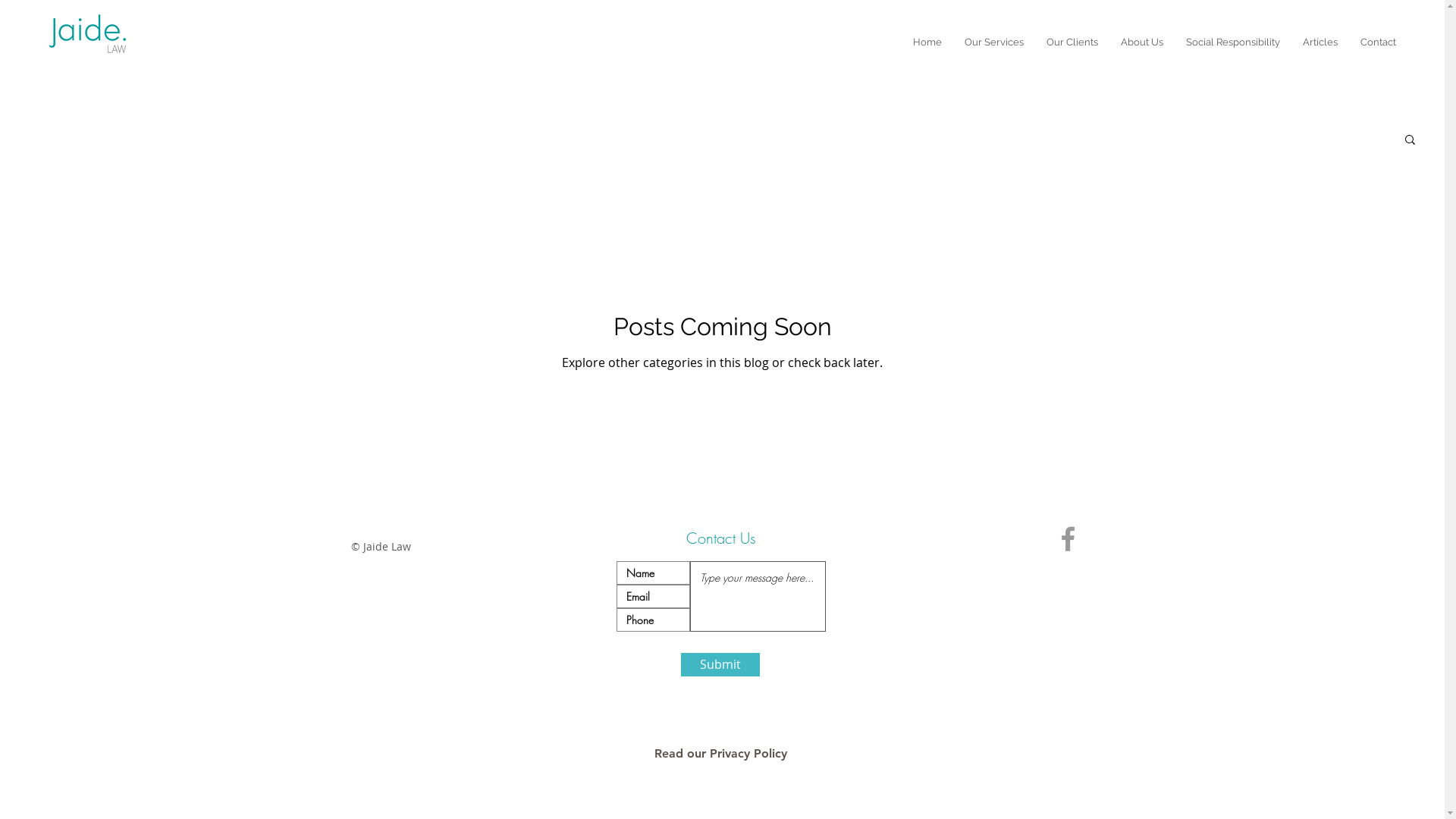 Image resolution: width=1456 pixels, height=819 pixels. What do you see at coordinates (993, 41) in the screenshot?
I see `'Our Services'` at bounding box center [993, 41].